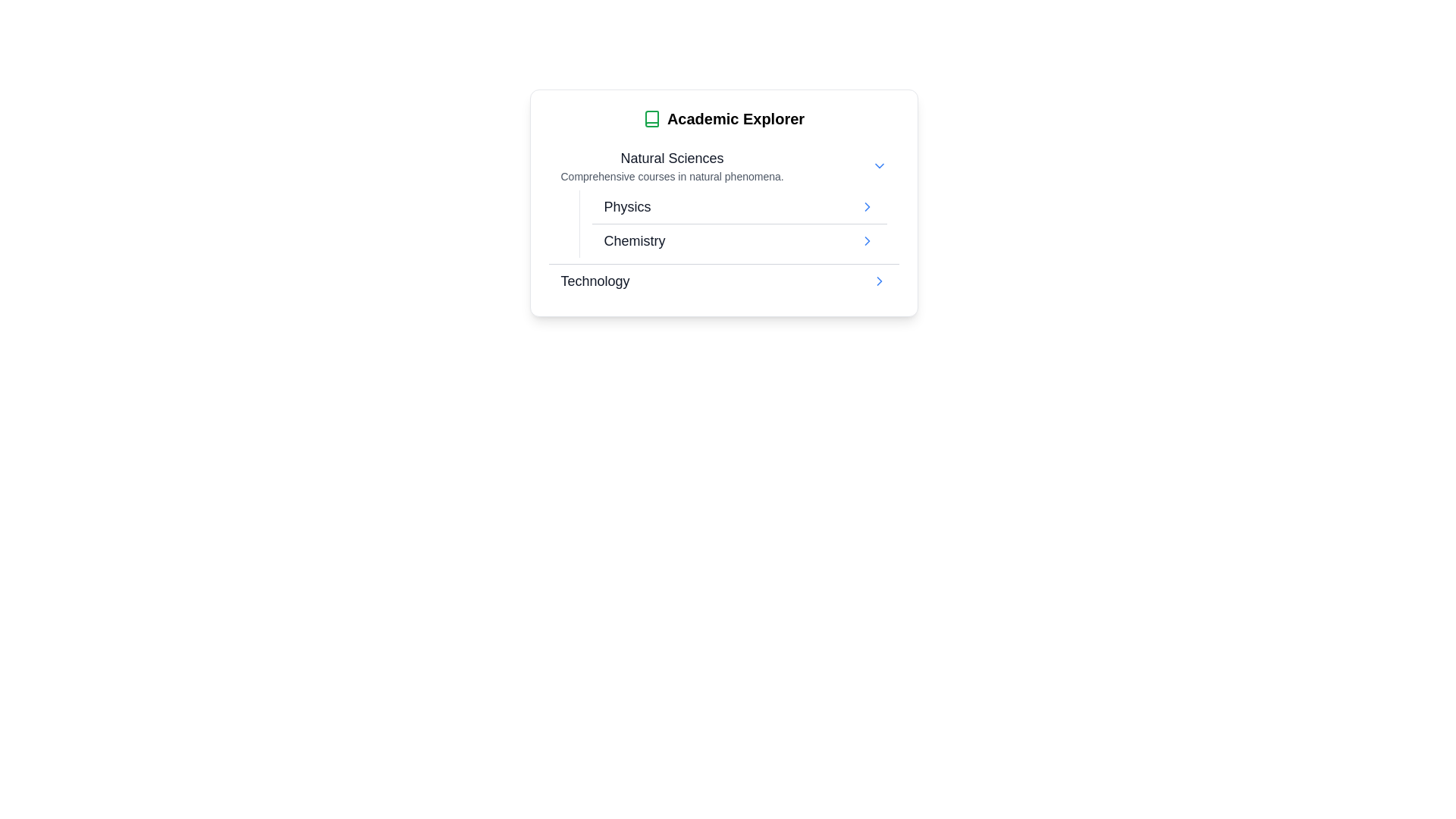  I want to click on the 'Chemistry' list item, so click(739, 240).